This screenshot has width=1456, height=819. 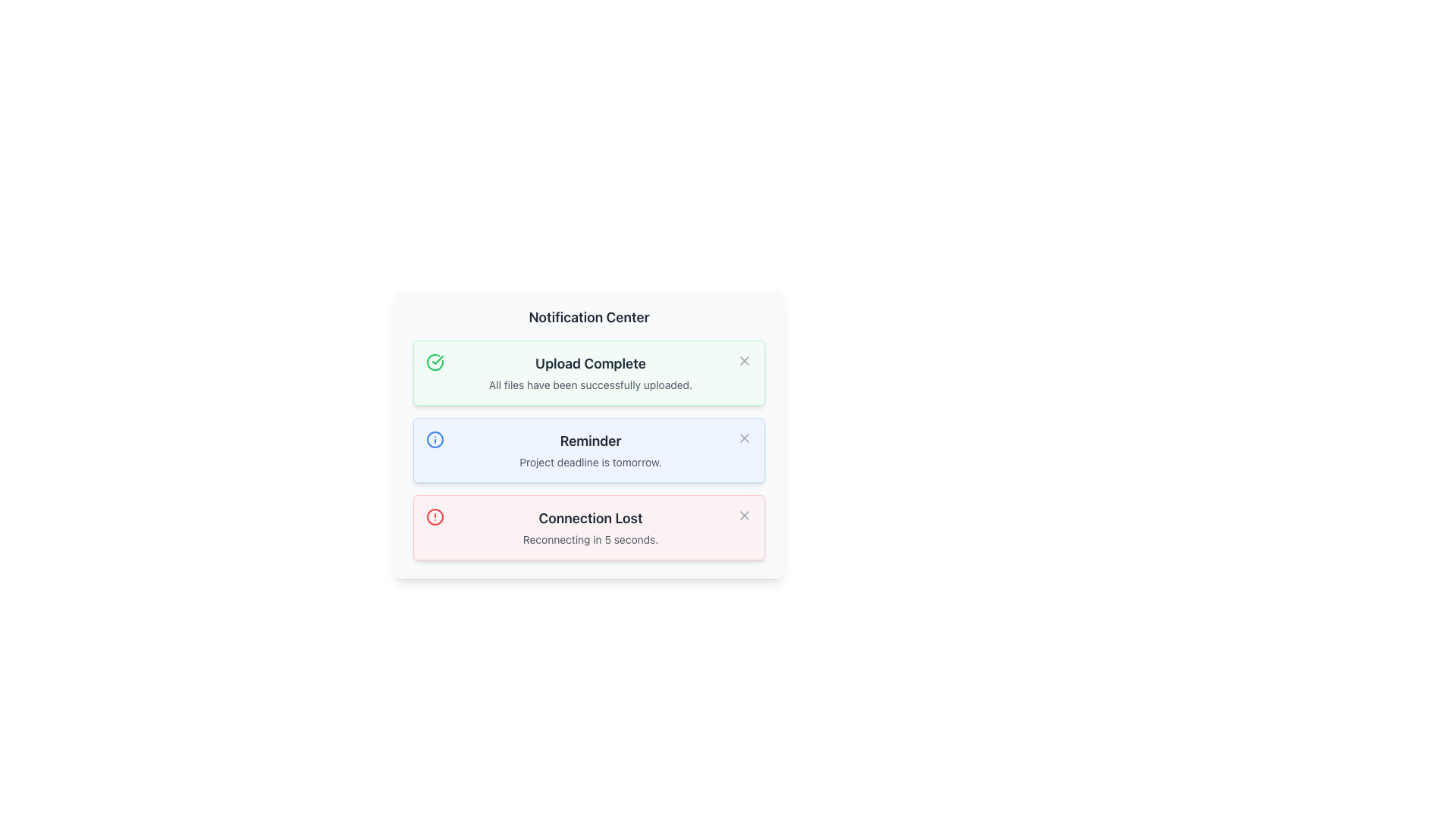 What do you see at coordinates (589, 373) in the screenshot?
I see `the Notification card indicating successful file uploads, which has a green background and a checkmark icon, located at the top of the notification group` at bounding box center [589, 373].